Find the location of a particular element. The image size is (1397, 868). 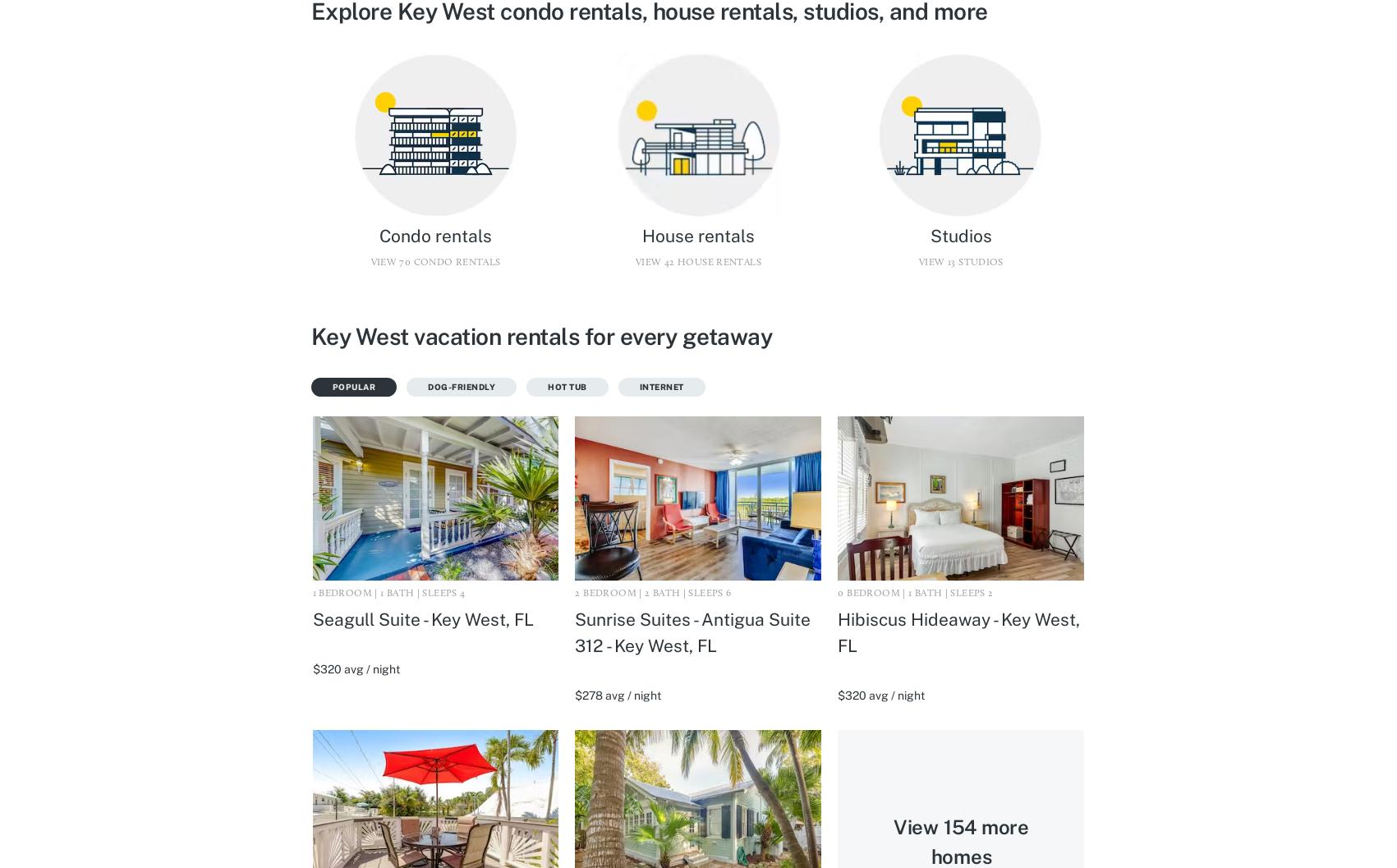

'Popular' is located at coordinates (330, 386).